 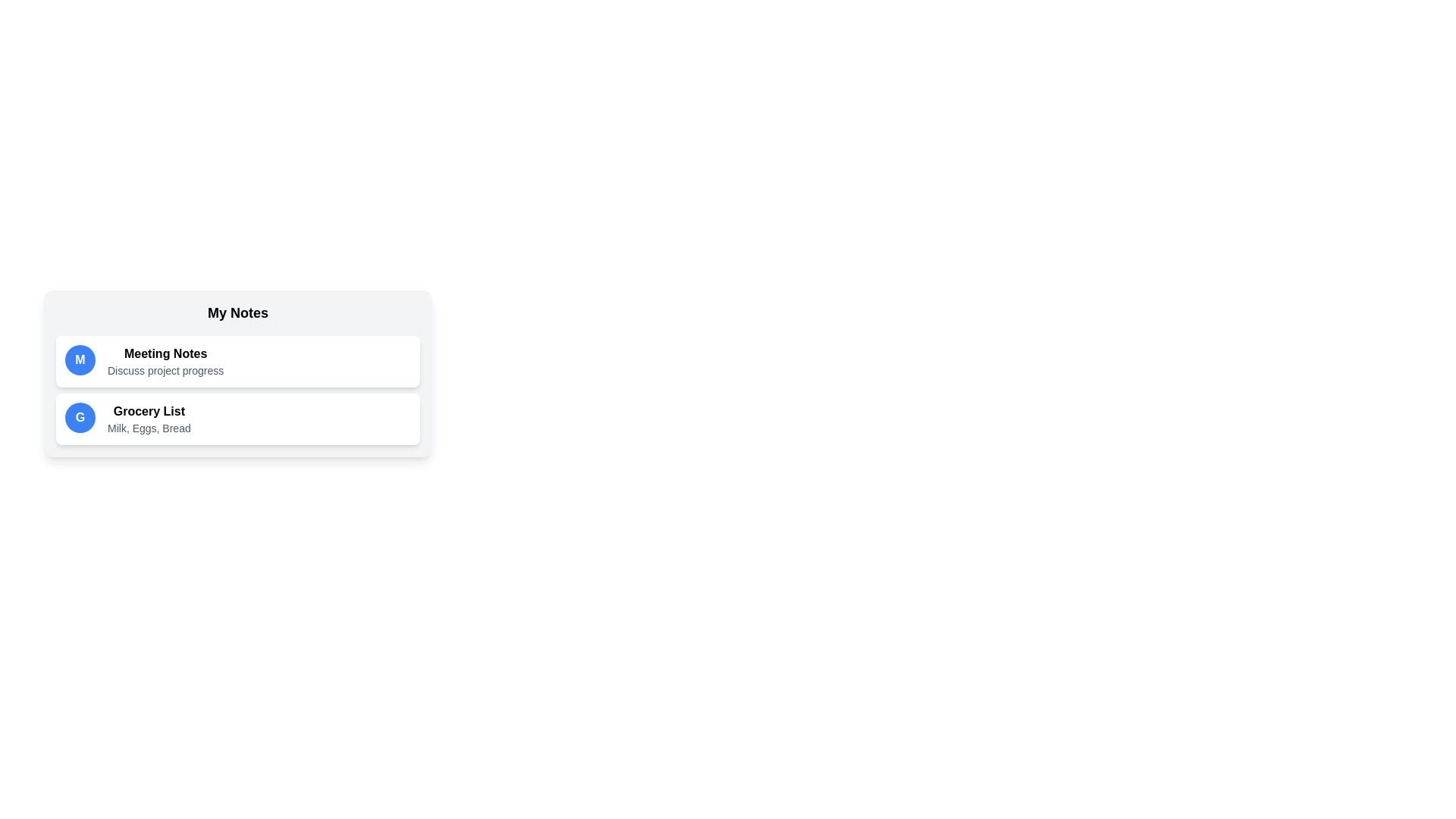 I want to click on the note titled Meeting Notes, so click(x=237, y=362).